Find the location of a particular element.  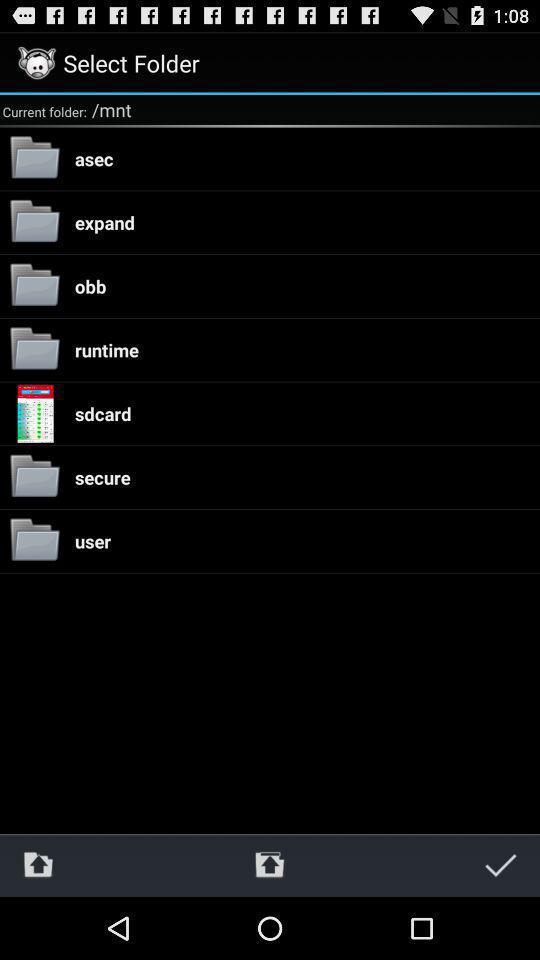

the first folder is located at coordinates (35, 157).